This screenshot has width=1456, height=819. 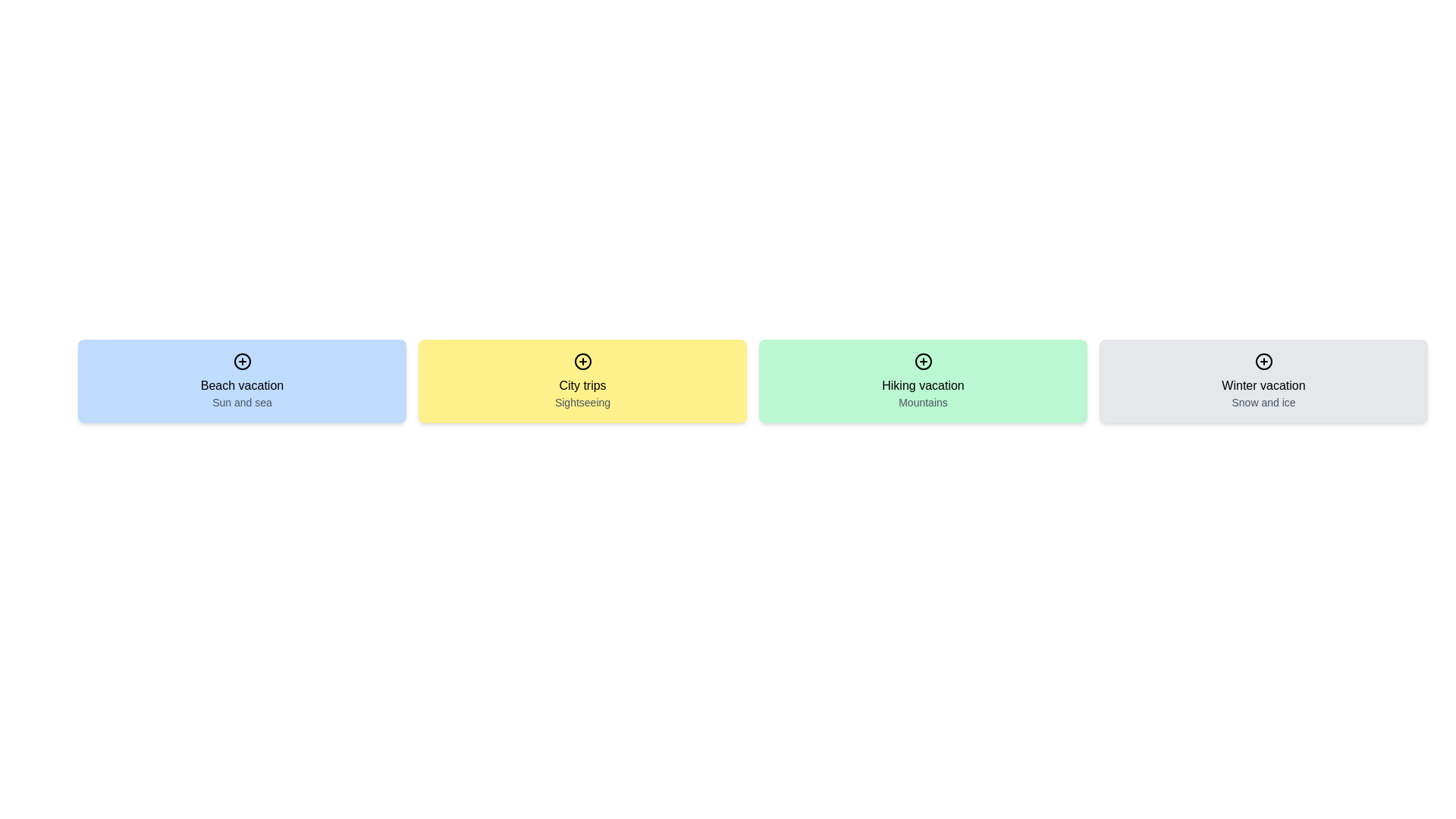 What do you see at coordinates (241, 380) in the screenshot?
I see `the first card in the horizontal grid layout, which has a light blue background and contains the title 'Beach vacation' and a plus icon` at bounding box center [241, 380].